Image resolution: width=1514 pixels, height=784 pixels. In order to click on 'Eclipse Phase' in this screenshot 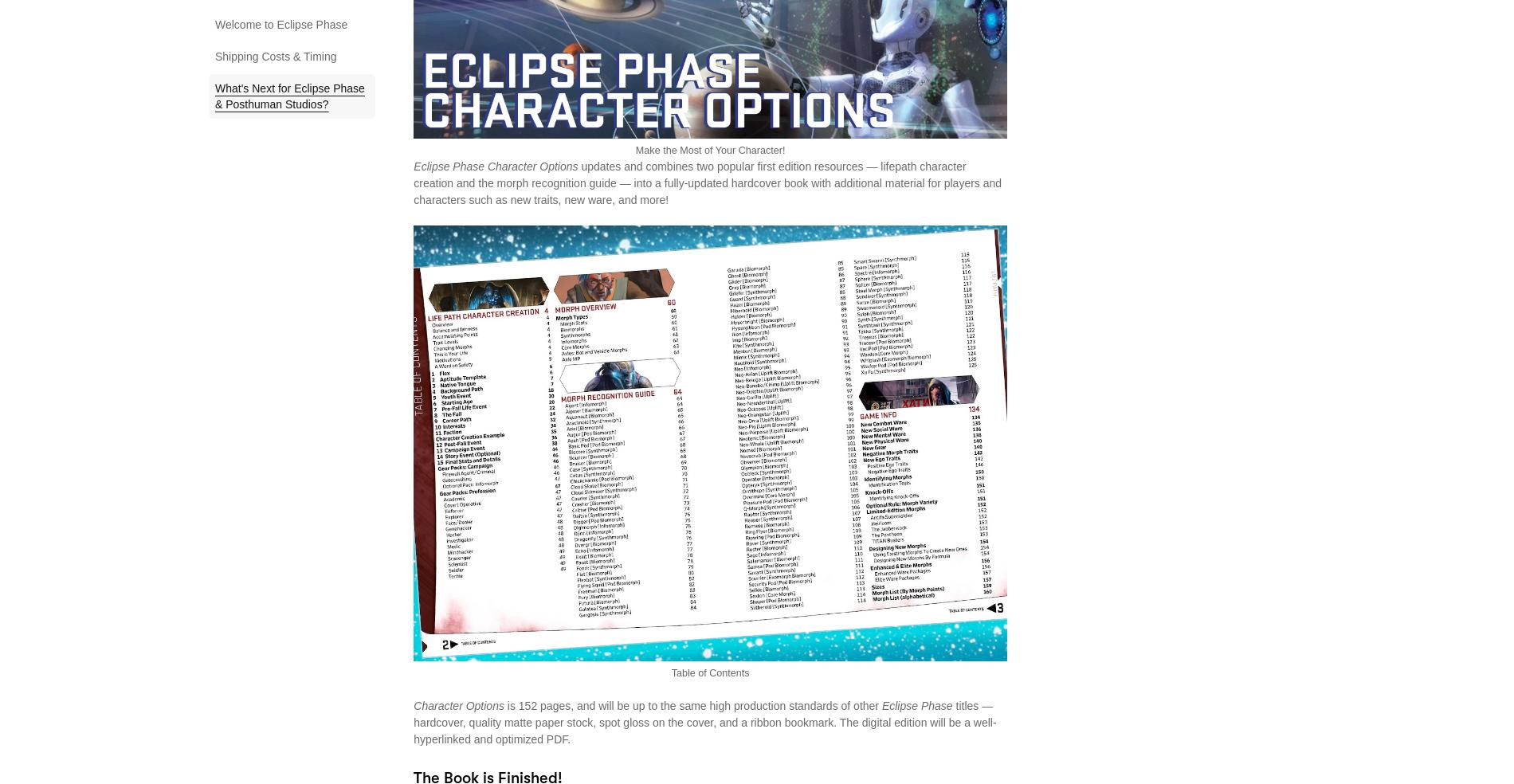, I will do `click(916, 705)`.